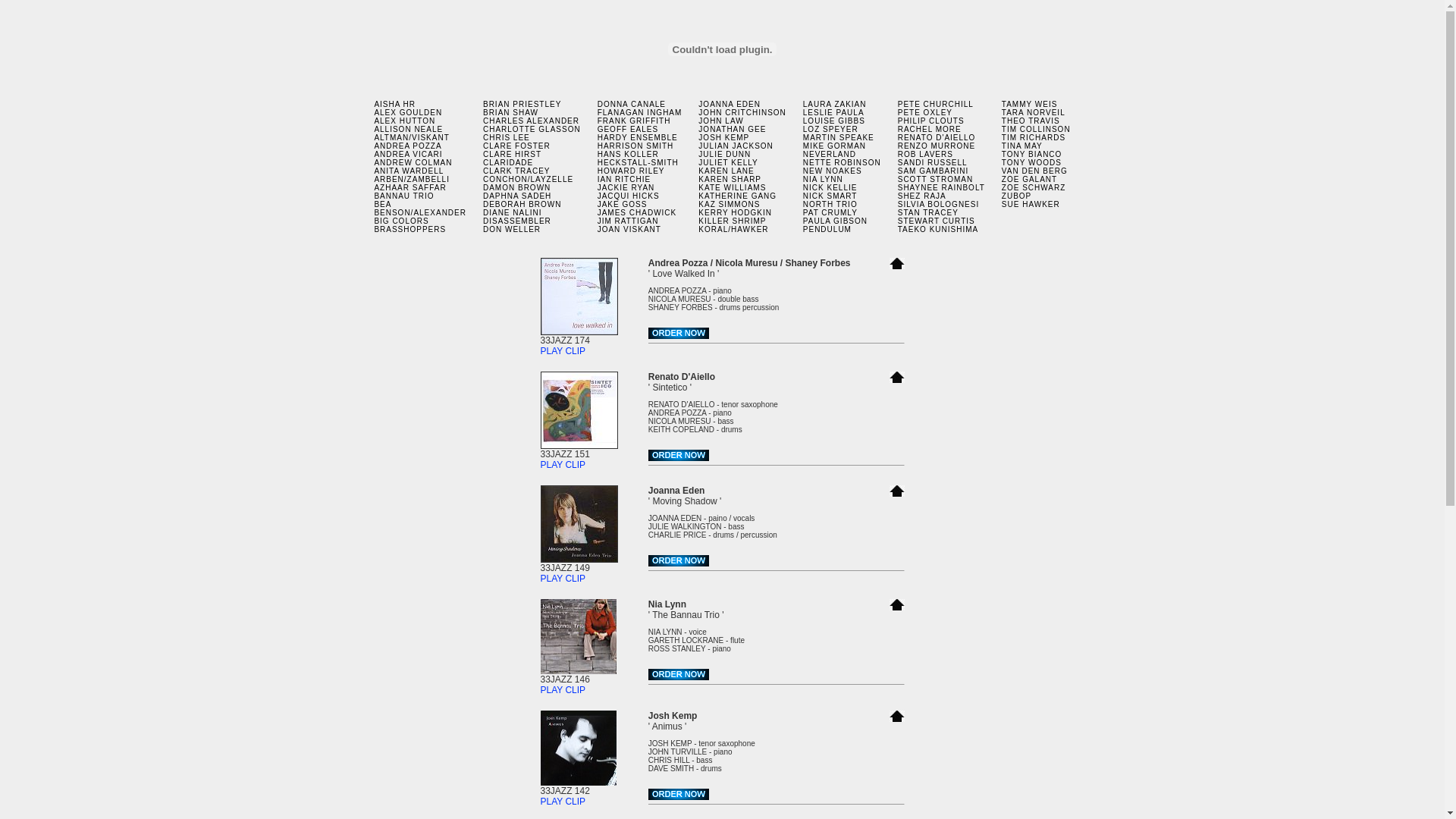  Describe the element at coordinates (829, 195) in the screenshot. I see `'NICK SMART'` at that location.